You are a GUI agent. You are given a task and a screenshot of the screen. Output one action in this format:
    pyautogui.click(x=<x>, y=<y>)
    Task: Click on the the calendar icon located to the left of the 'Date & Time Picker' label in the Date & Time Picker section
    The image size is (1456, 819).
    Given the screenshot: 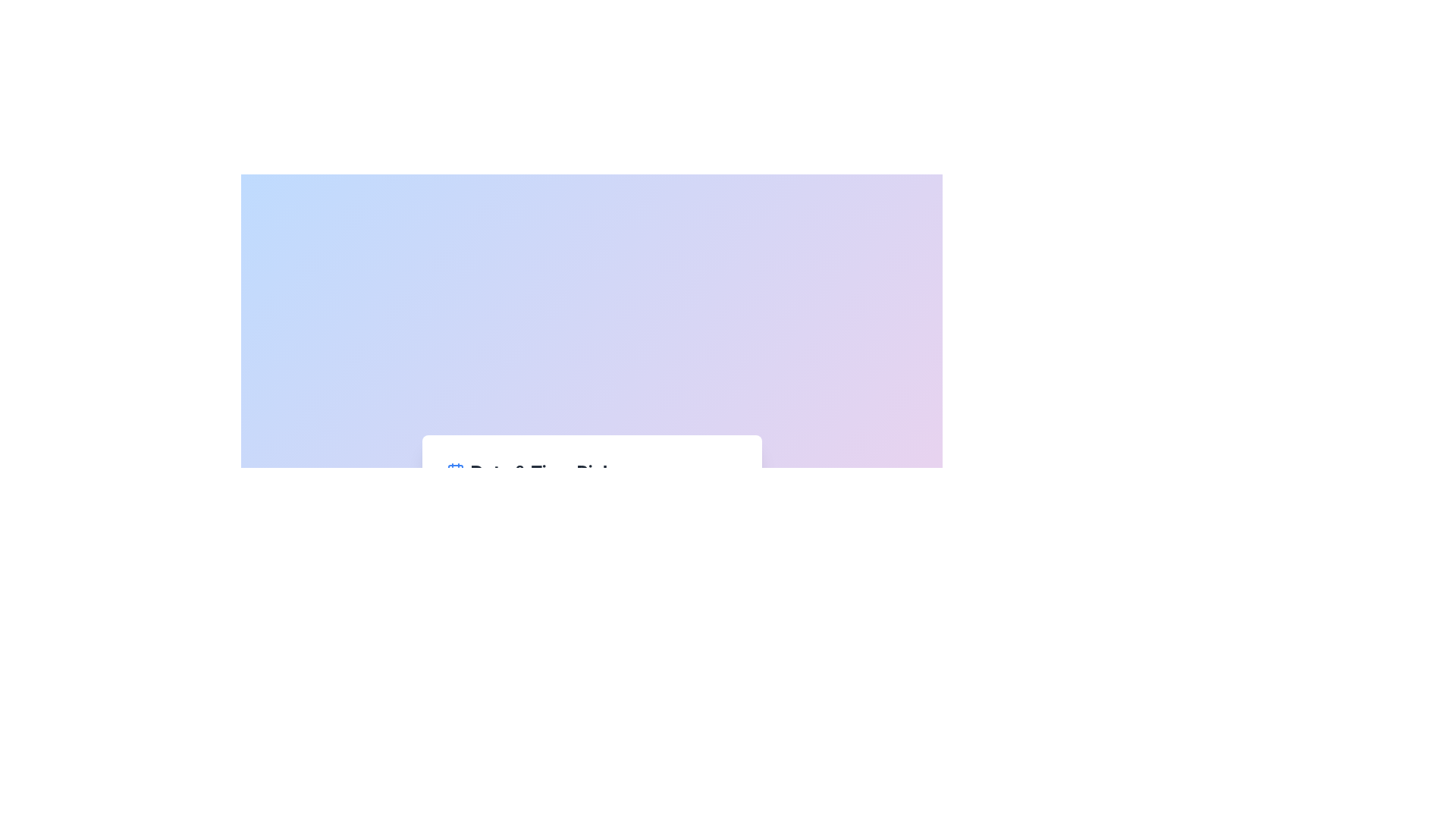 What is the action you would take?
    pyautogui.click(x=454, y=470)
    